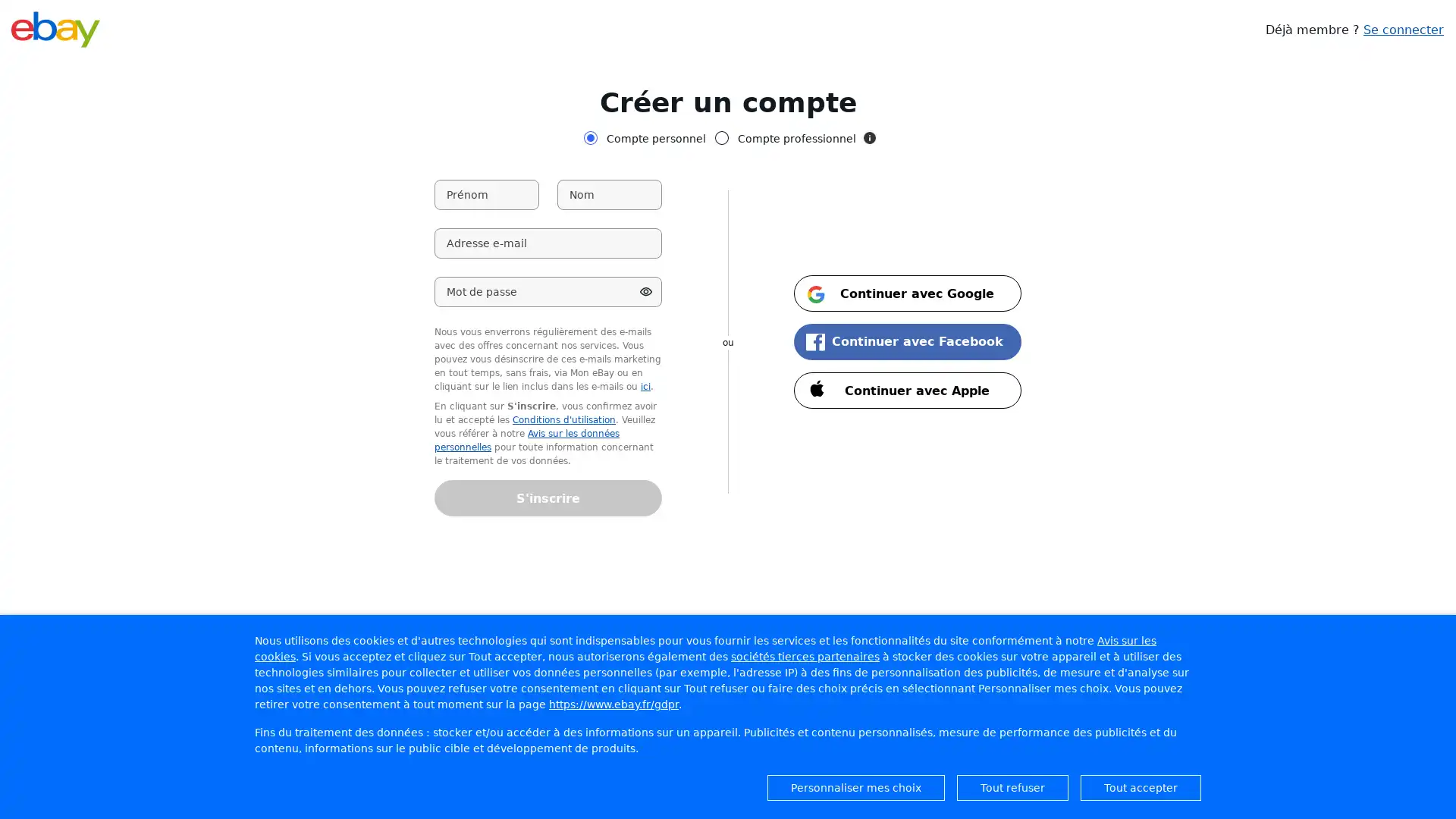 The width and height of the screenshot is (1456, 819). Describe the element at coordinates (869, 137) in the screenshot. I see `Aide sur le compte professionnel` at that location.